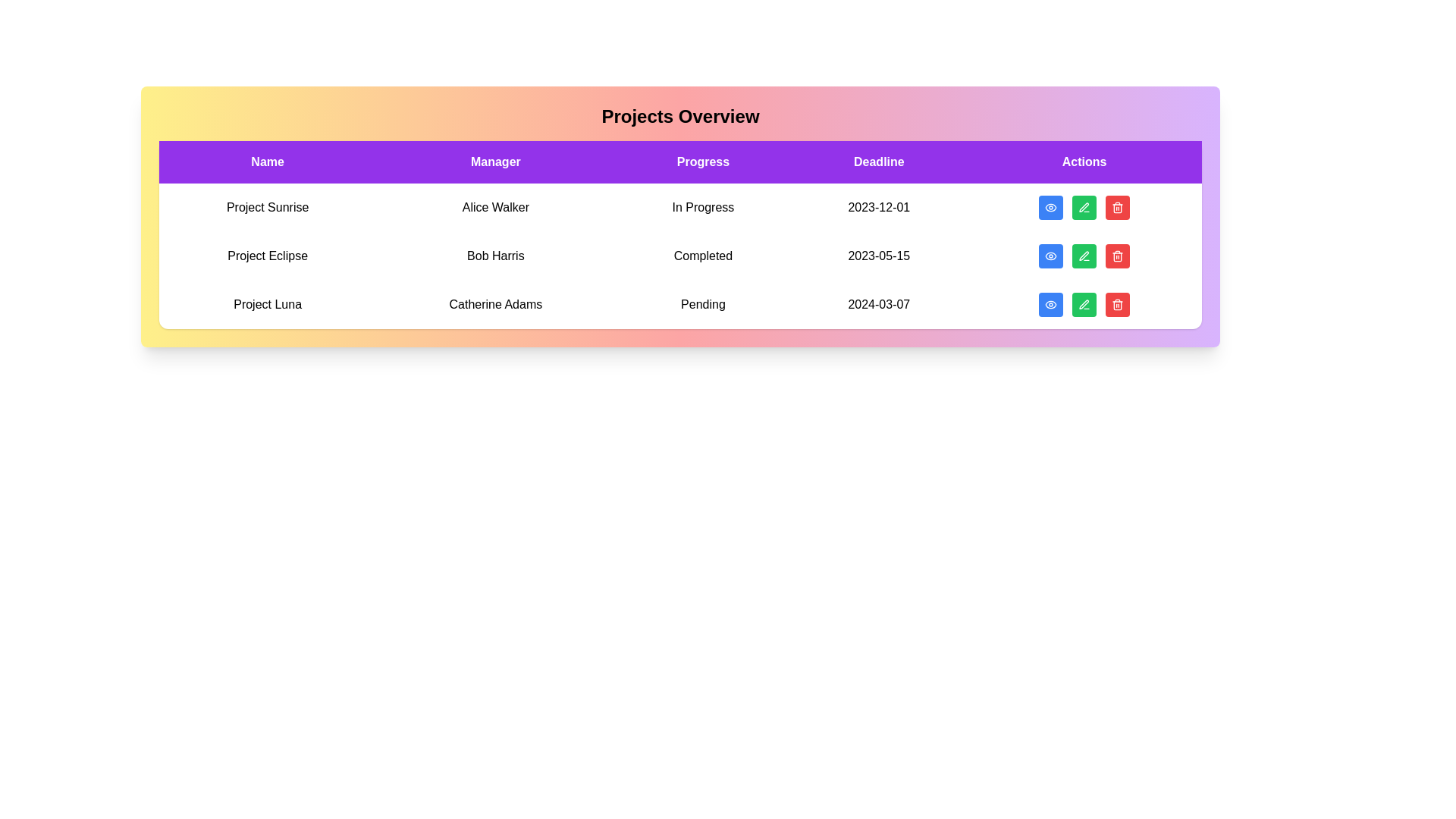  Describe the element at coordinates (1118, 256) in the screenshot. I see `delete button for the project named Project Eclipse` at that location.